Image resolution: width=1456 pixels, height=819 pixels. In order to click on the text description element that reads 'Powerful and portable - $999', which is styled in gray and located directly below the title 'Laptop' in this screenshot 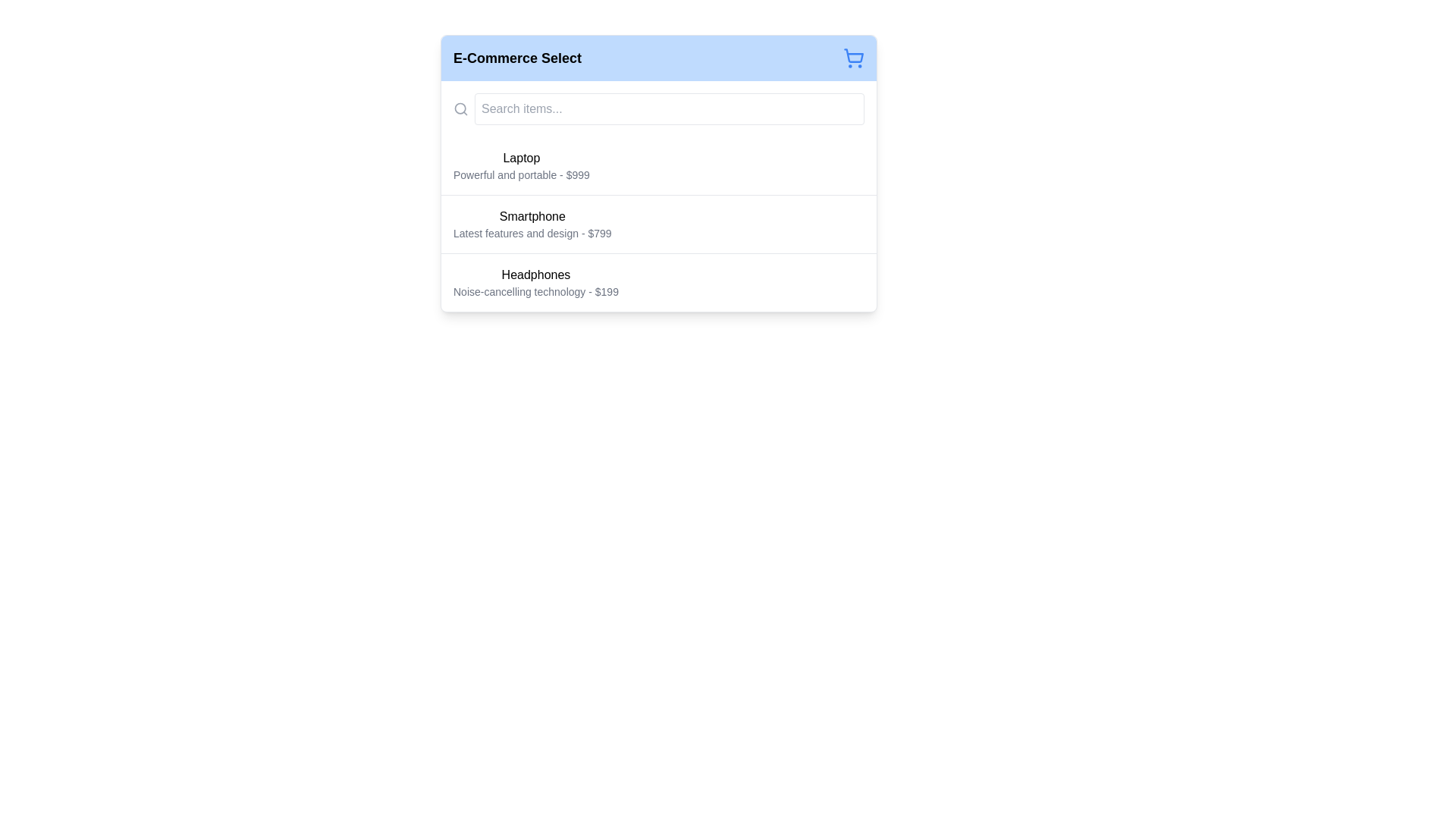, I will do `click(521, 174)`.